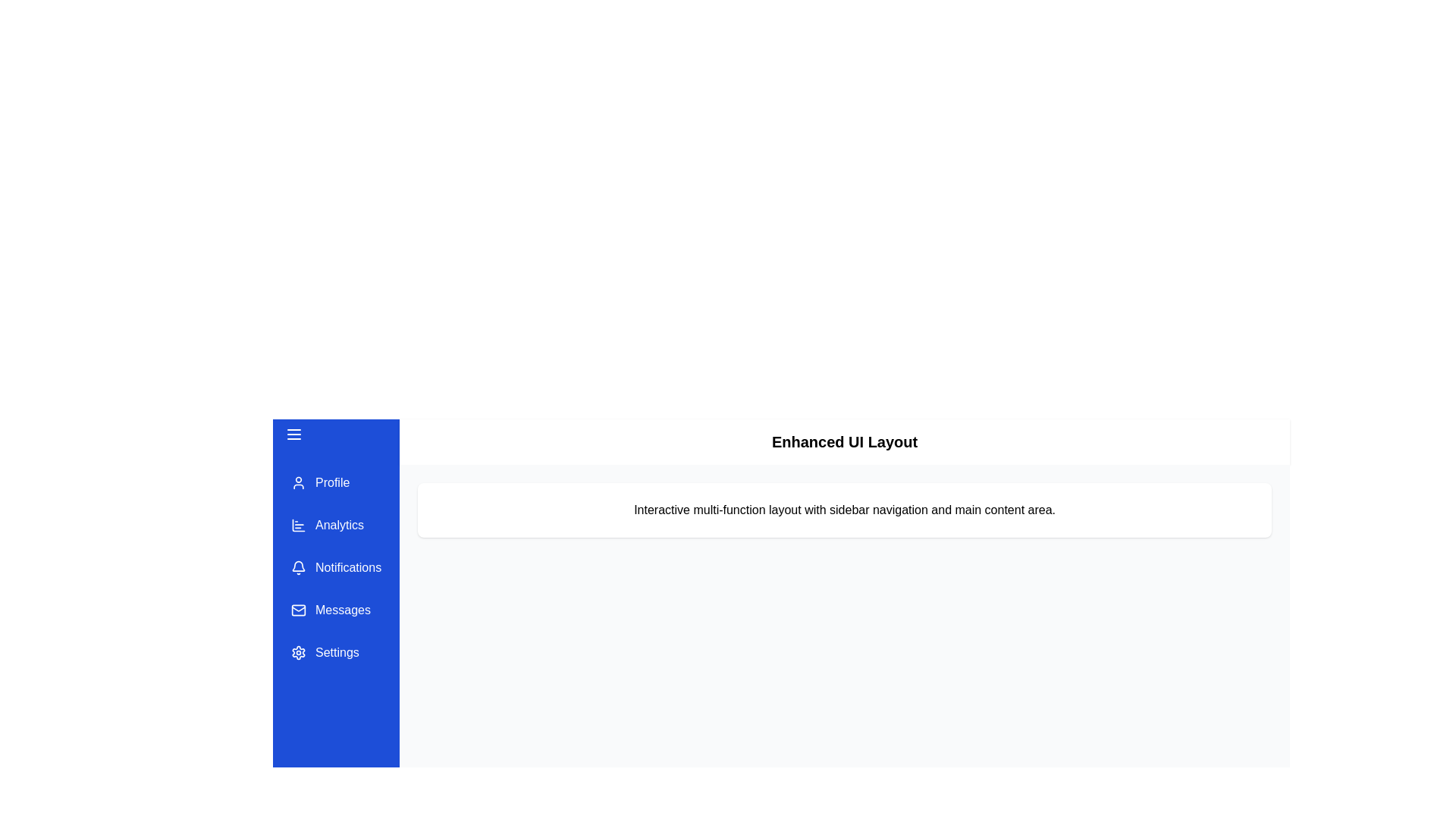 The height and width of the screenshot is (819, 1456). I want to click on the bell icon located in the left-side vertical blue navigation bar, which is adjacent to the 'Notifications' label and is the third icon in the sequence, so click(298, 567).